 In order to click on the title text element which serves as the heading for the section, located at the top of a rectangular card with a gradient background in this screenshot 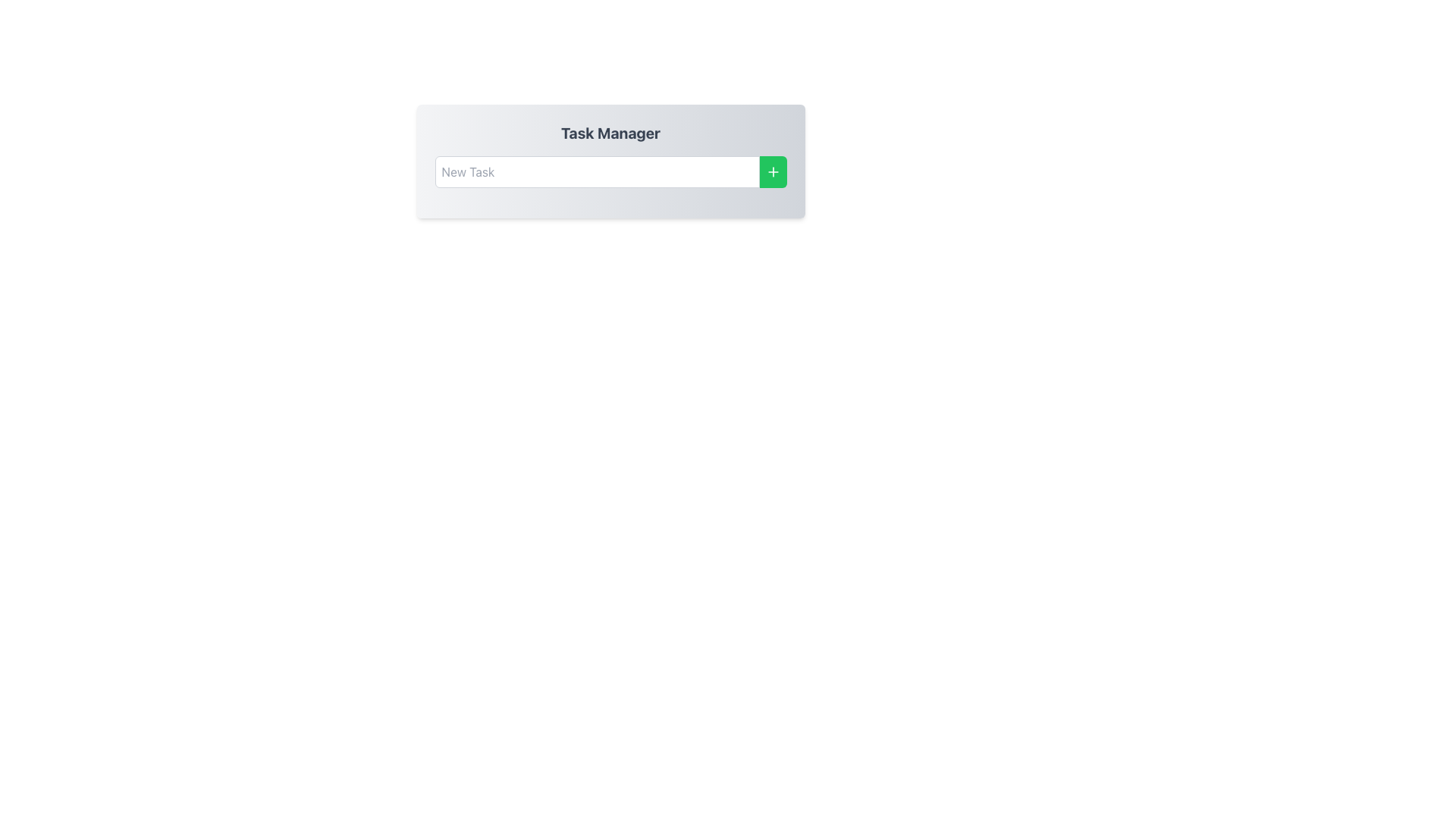, I will do `click(610, 133)`.